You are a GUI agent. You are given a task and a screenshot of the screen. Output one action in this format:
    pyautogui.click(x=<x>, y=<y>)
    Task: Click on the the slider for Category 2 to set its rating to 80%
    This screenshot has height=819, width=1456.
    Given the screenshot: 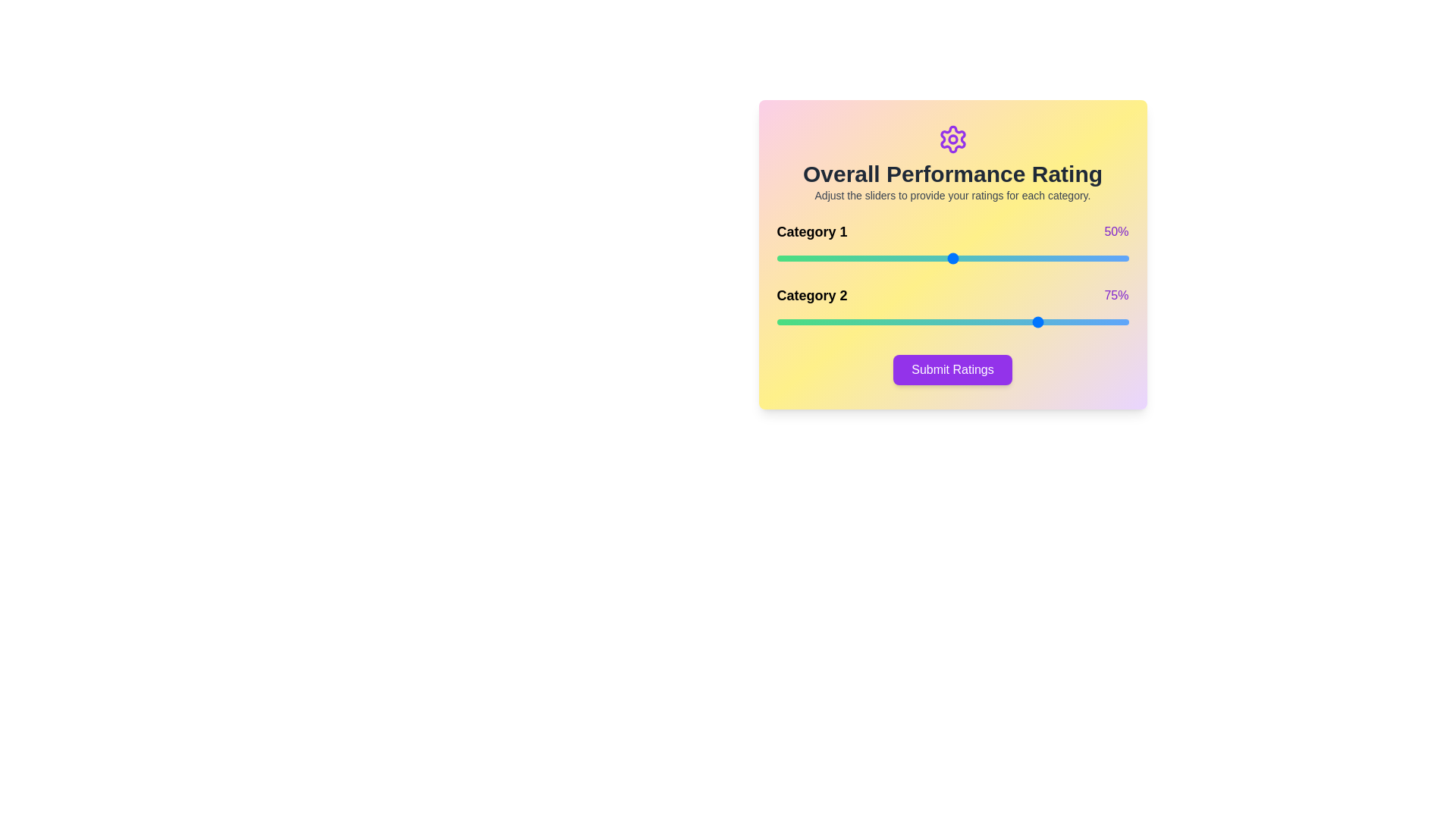 What is the action you would take?
    pyautogui.click(x=1057, y=321)
    